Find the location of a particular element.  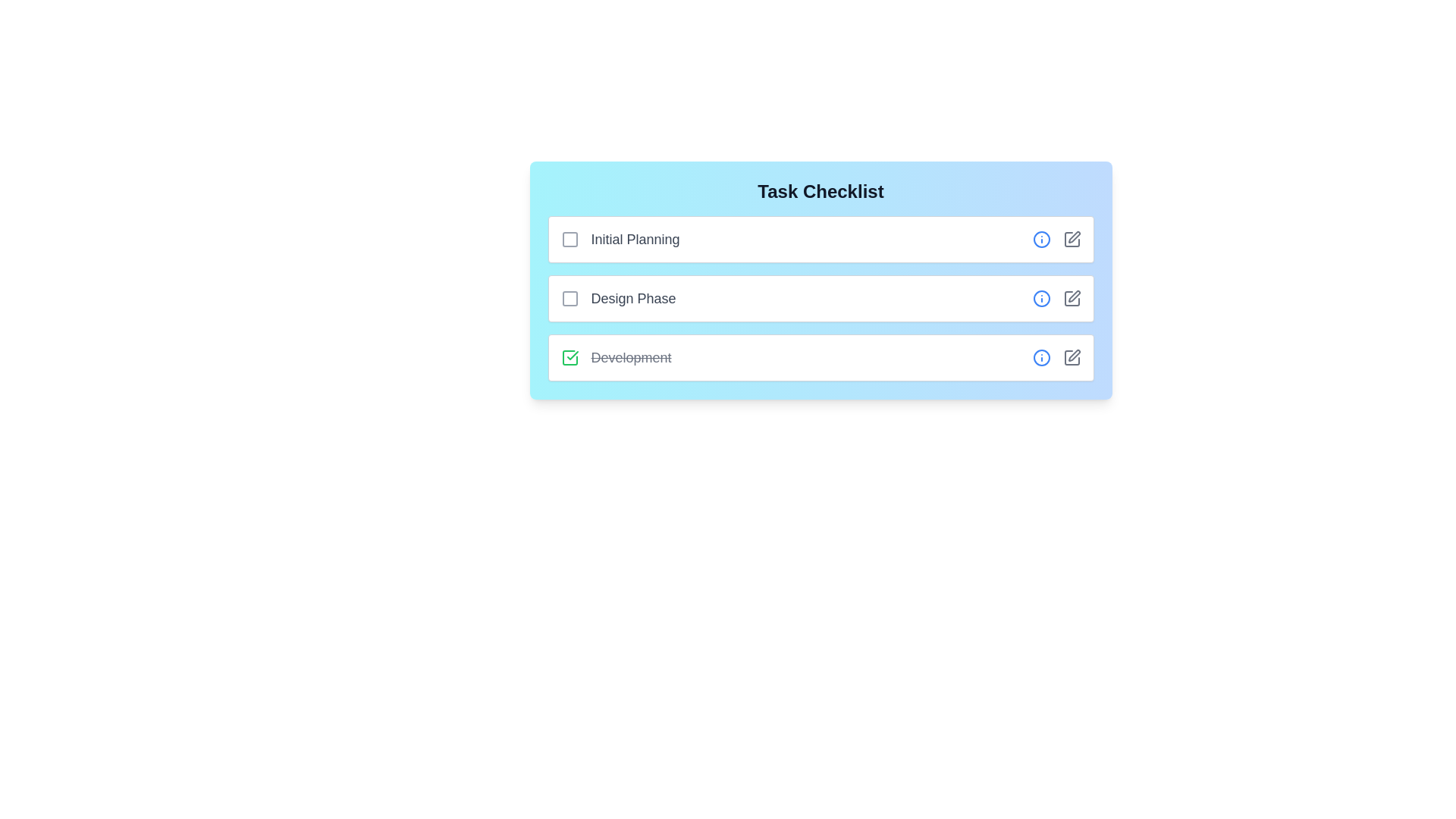

the edit icon for the task named Development is located at coordinates (1071, 357).